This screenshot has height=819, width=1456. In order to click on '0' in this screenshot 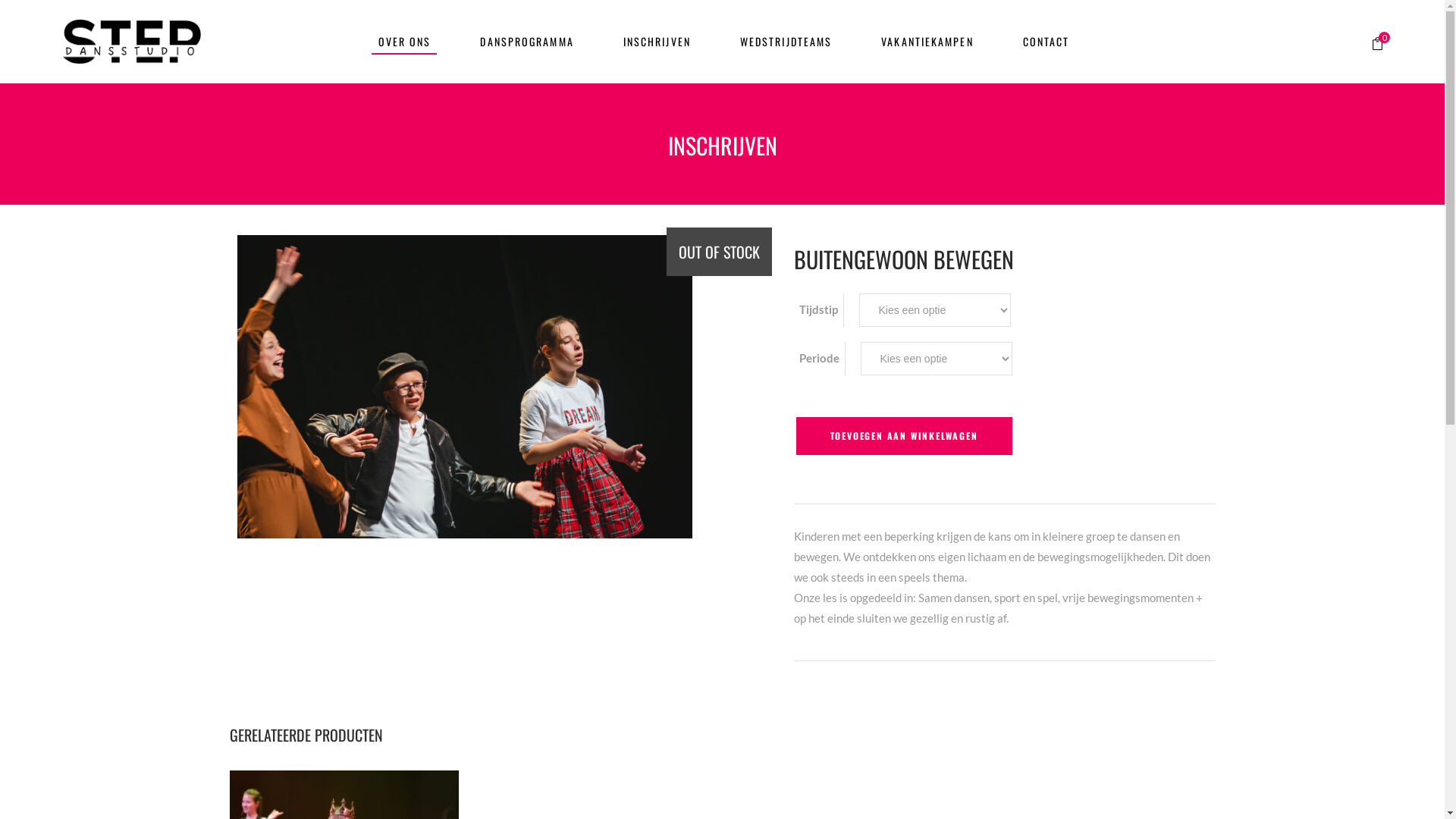, I will do `click(1371, 40)`.